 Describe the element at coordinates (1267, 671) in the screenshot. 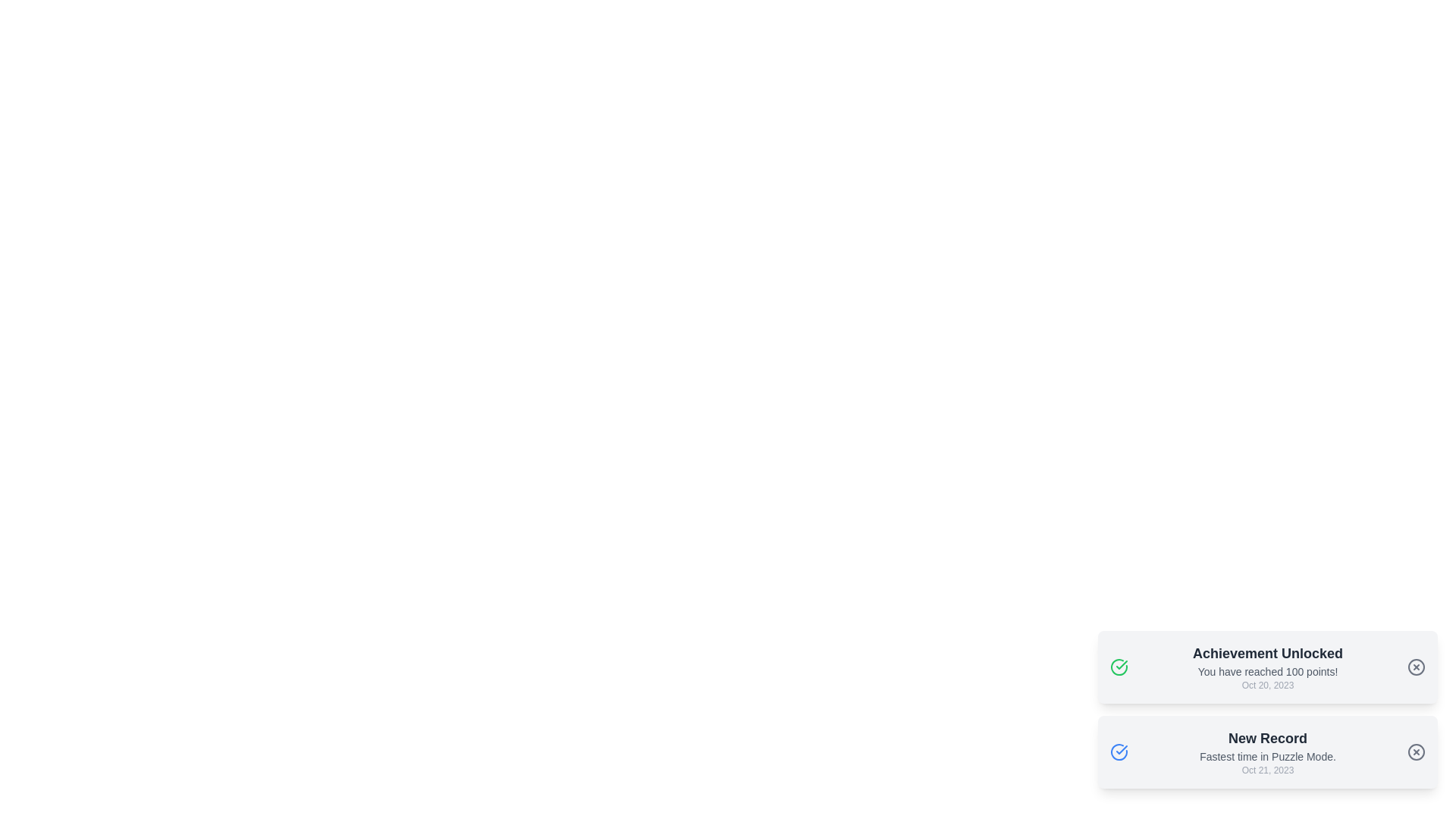

I see `static text message that states 'You have reached 100 points!' located in the notification card below the title 'Achievement Unlocked'` at that location.